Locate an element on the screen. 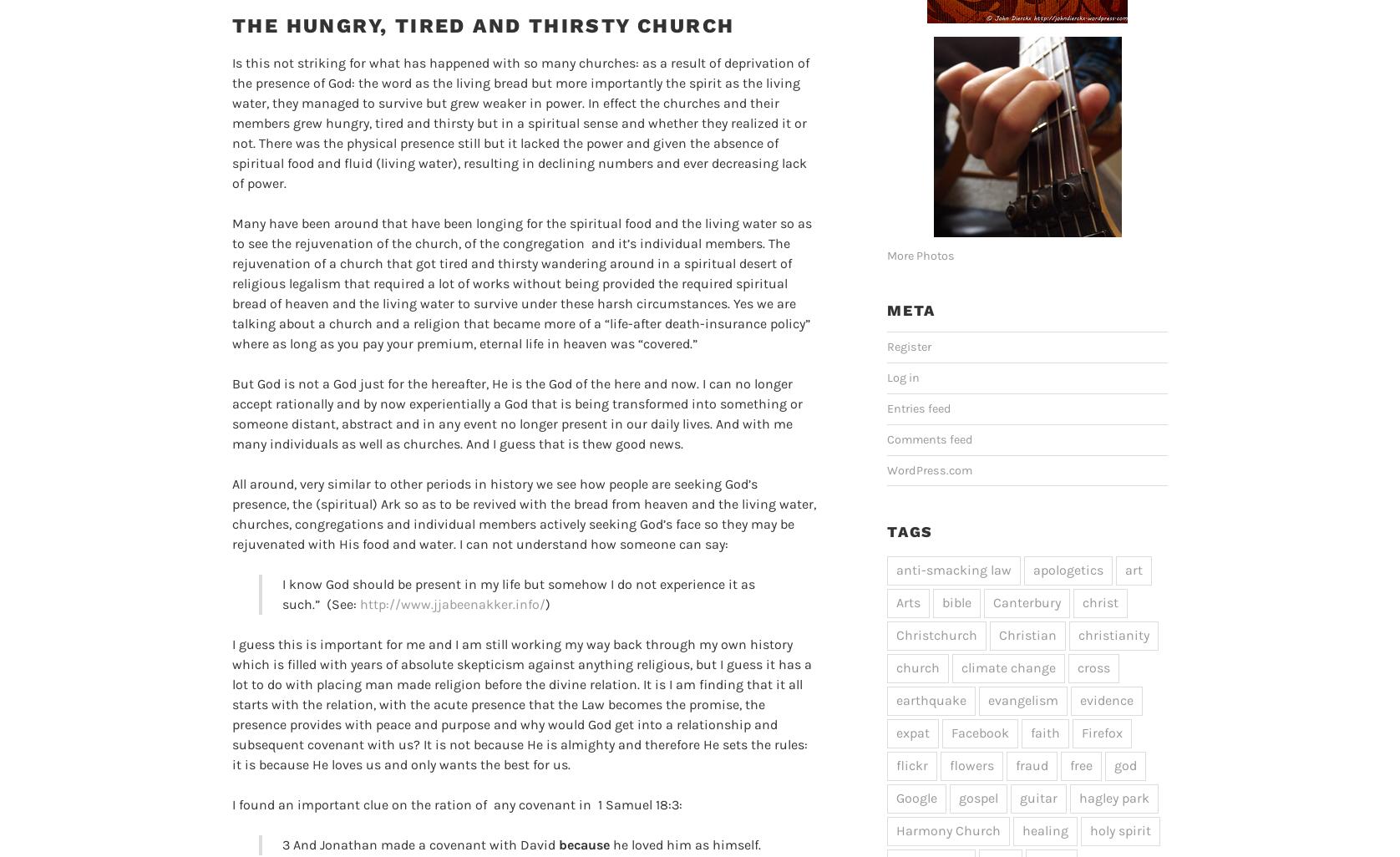 The height and width of the screenshot is (857, 1400). 'holy spirit' is located at coordinates (1089, 829).